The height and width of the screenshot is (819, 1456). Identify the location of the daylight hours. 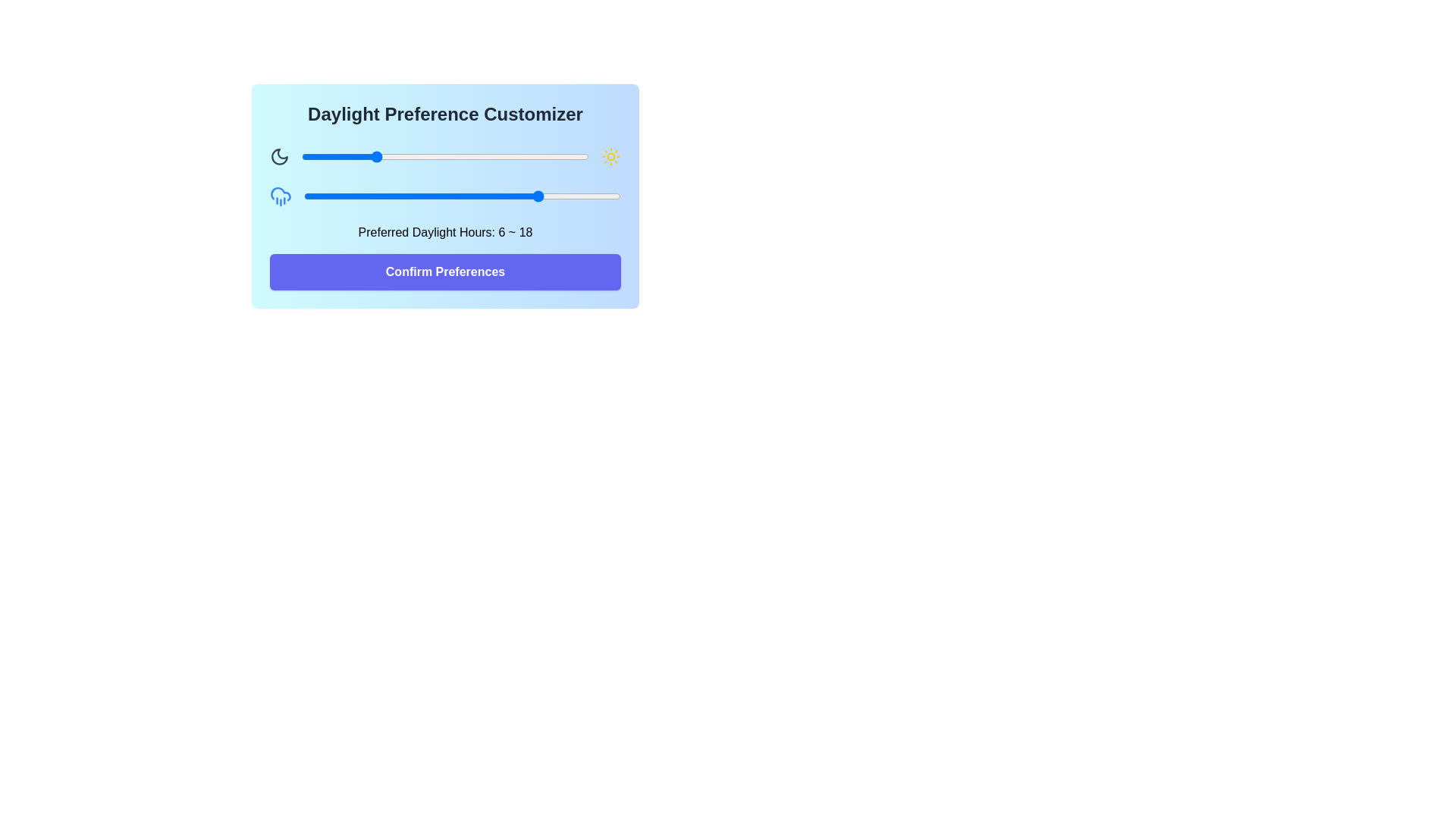
(541, 157).